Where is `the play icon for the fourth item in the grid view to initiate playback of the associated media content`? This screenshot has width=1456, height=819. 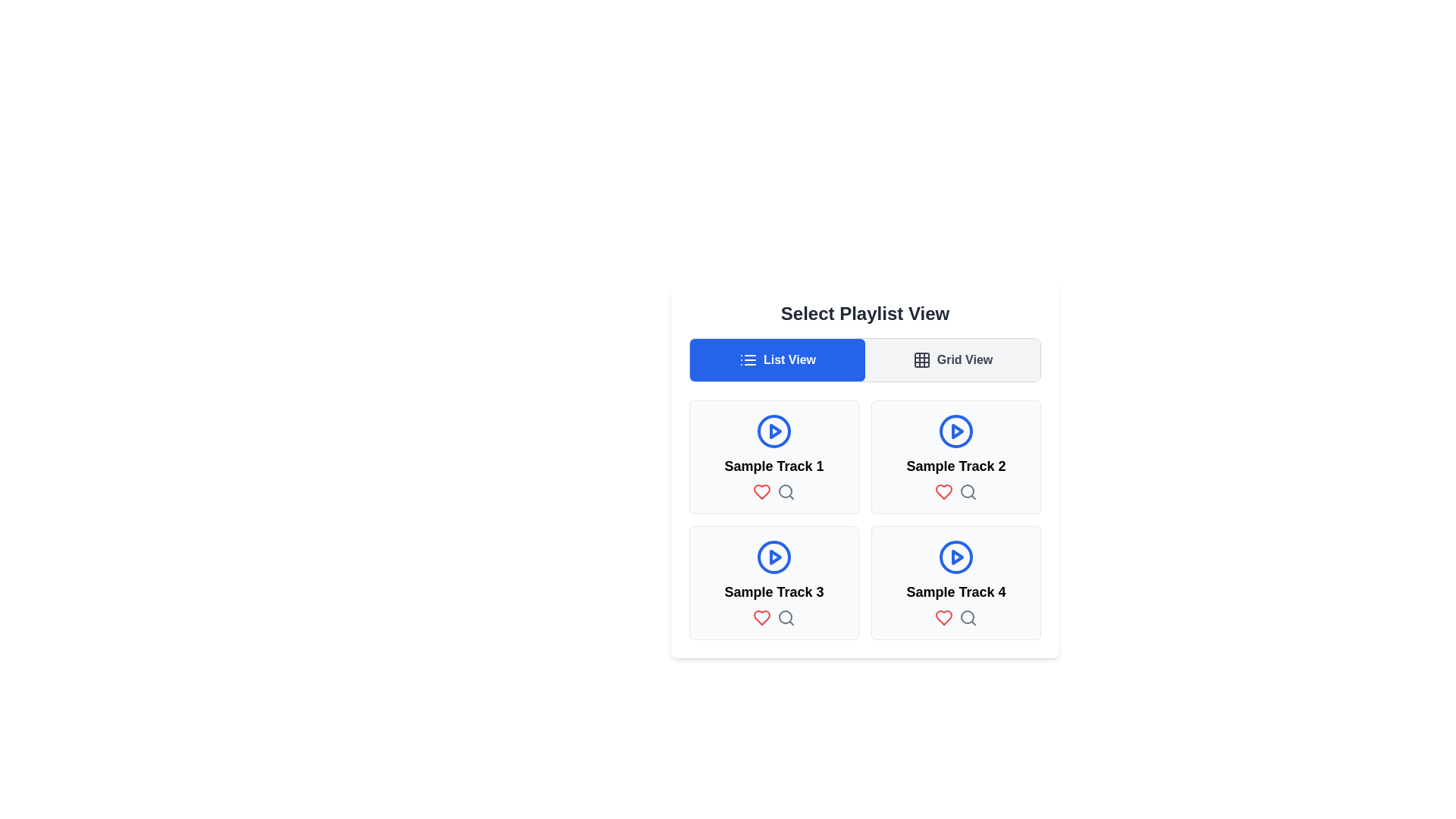
the play icon for the fourth item in the grid view to initiate playback of the associated media content is located at coordinates (956, 557).